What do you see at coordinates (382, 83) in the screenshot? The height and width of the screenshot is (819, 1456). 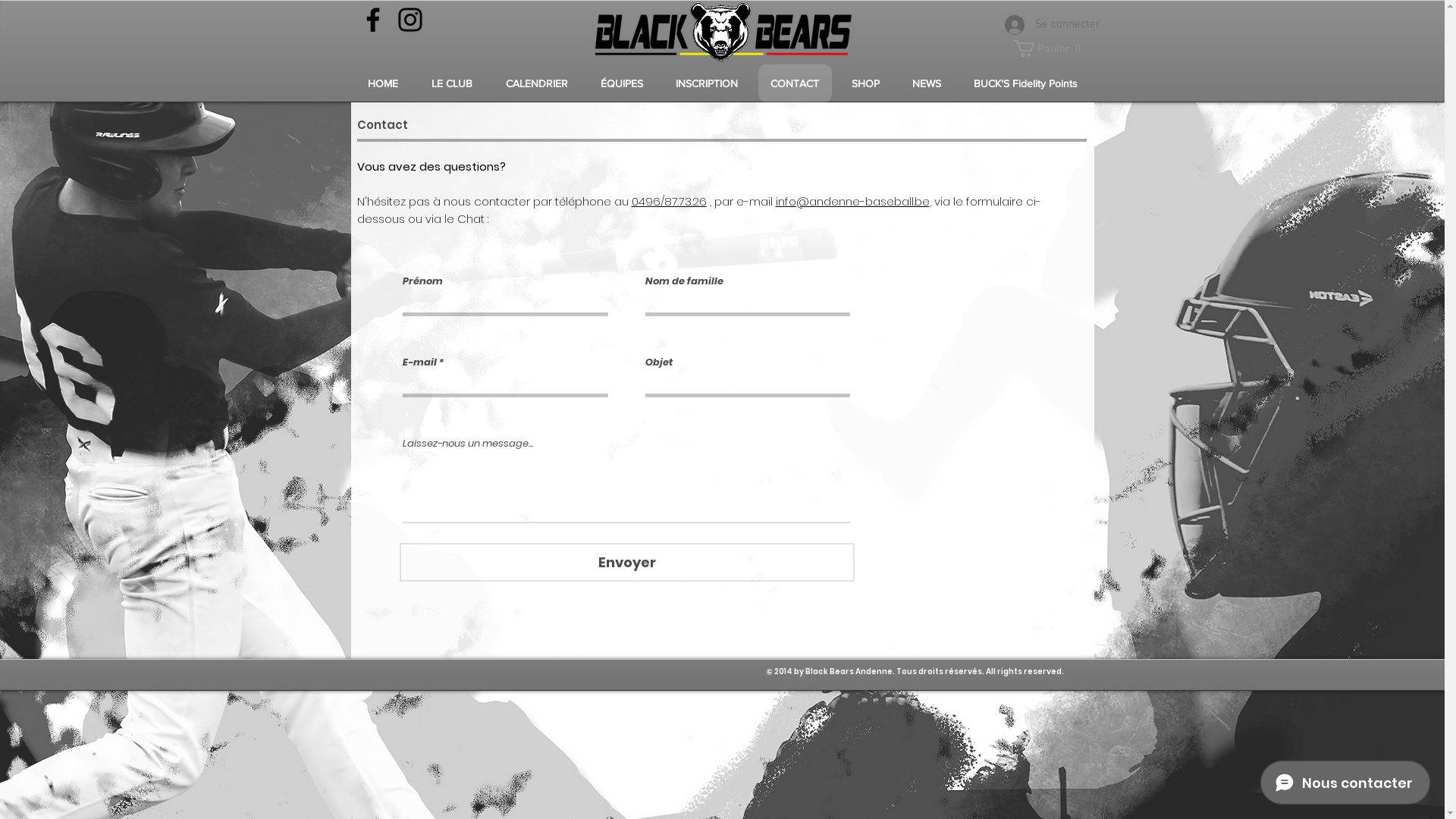 I see `'HOME'` at bounding box center [382, 83].